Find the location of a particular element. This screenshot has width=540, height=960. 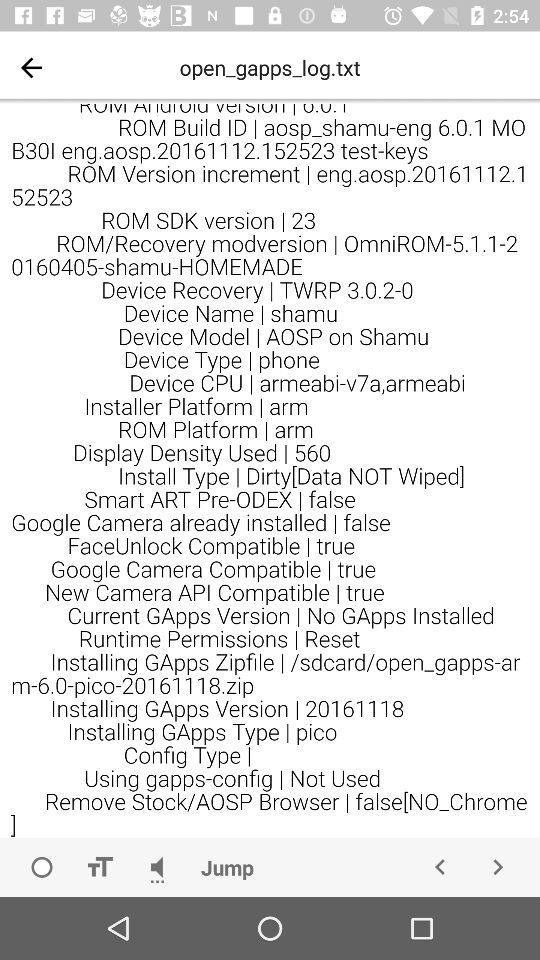

the arrow_backward icon is located at coordinates (440, 866).